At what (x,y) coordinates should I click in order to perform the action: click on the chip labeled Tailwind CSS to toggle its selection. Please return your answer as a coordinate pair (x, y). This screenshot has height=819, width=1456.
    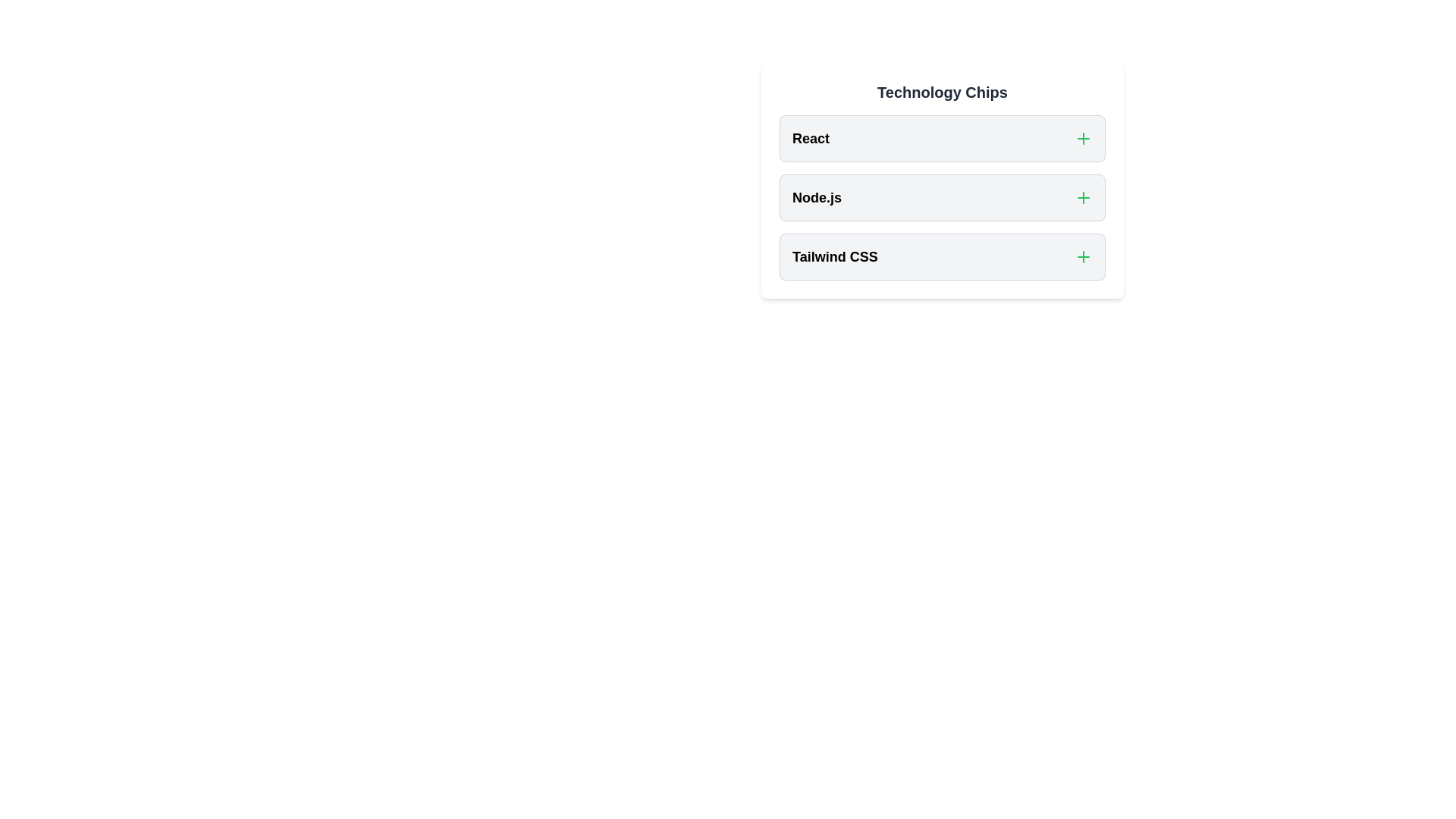
    Looking at the image, I should click on (942, 256).